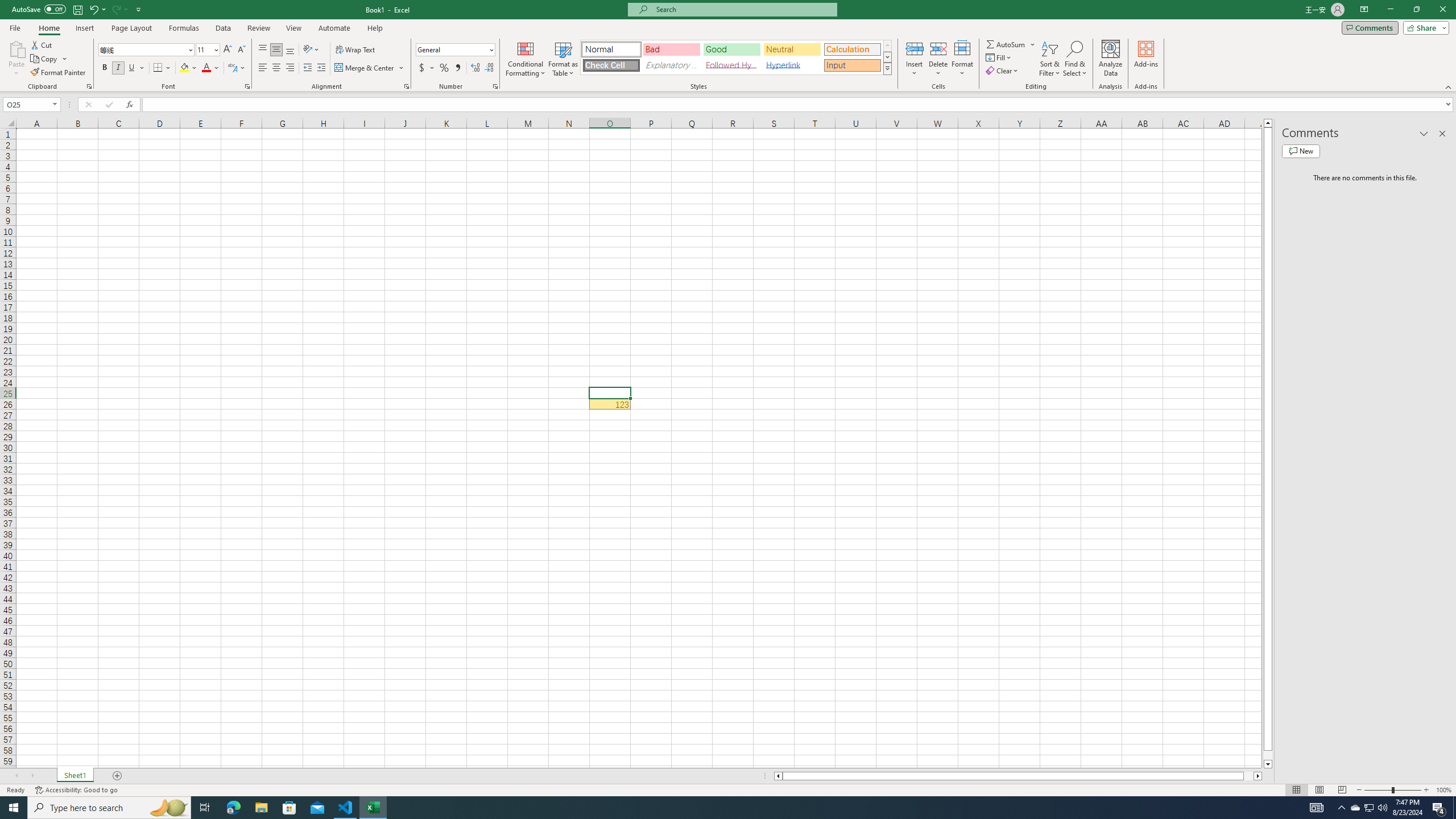  I want to click on 'Bold', so click(104, 67).